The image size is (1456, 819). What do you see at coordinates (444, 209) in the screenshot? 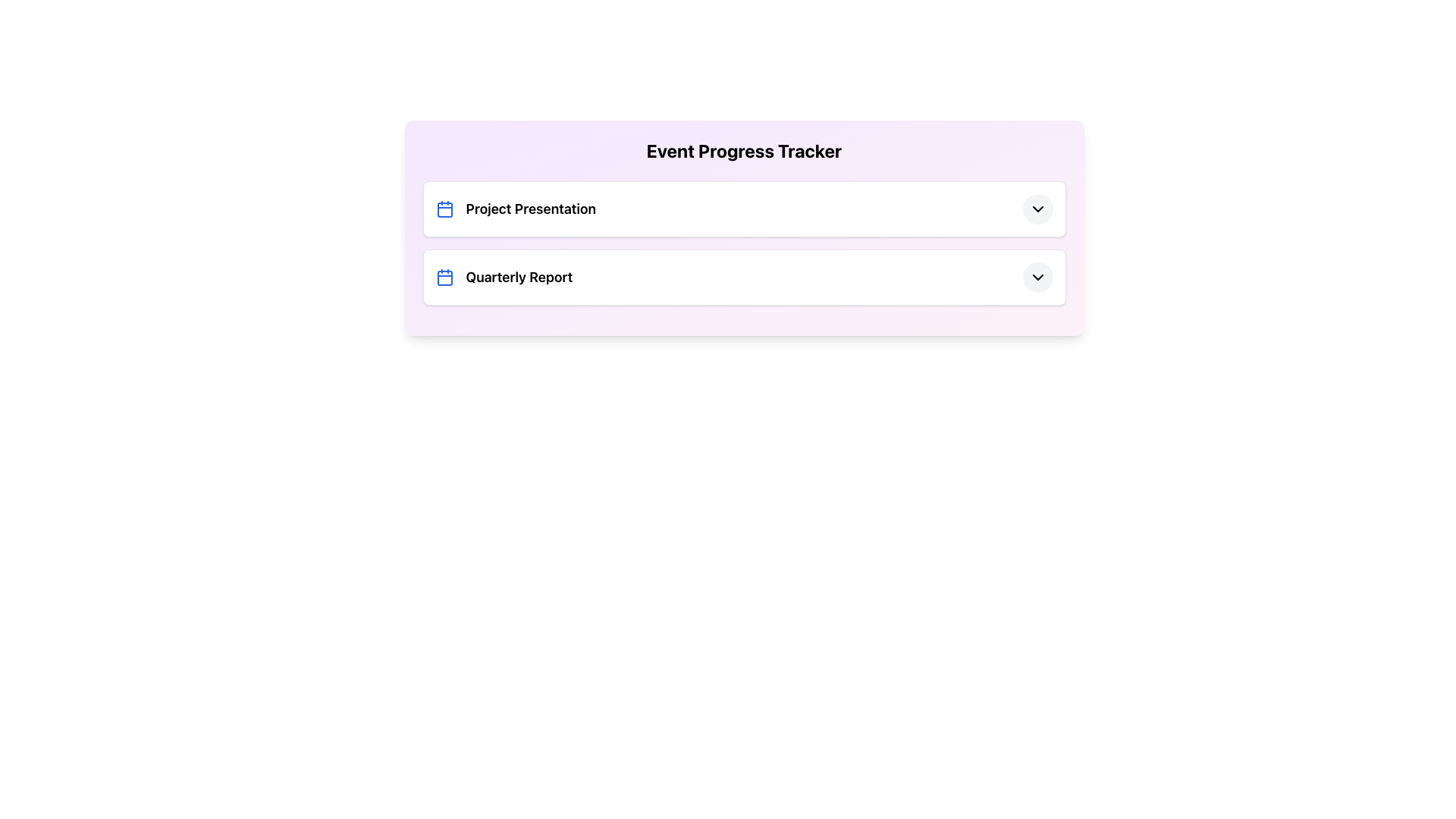
I see `the blue calendar icon, which is a minimalistic SVG icon located to the left of the text 'Project Presentation' in the first row of the list` at bounding box center [444, 209].